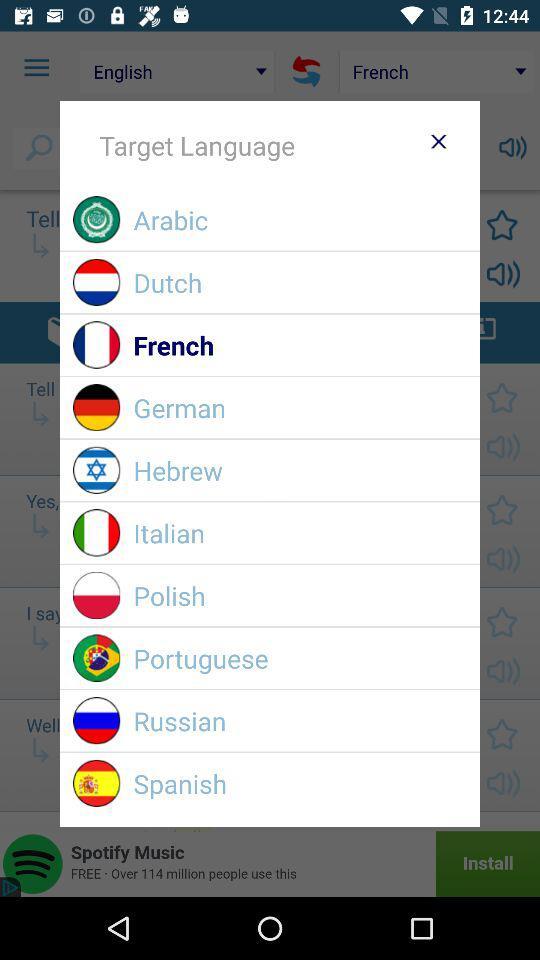  Describe the element at coordinates (299, 345) in the screenshot. I see `the french item` at that location.